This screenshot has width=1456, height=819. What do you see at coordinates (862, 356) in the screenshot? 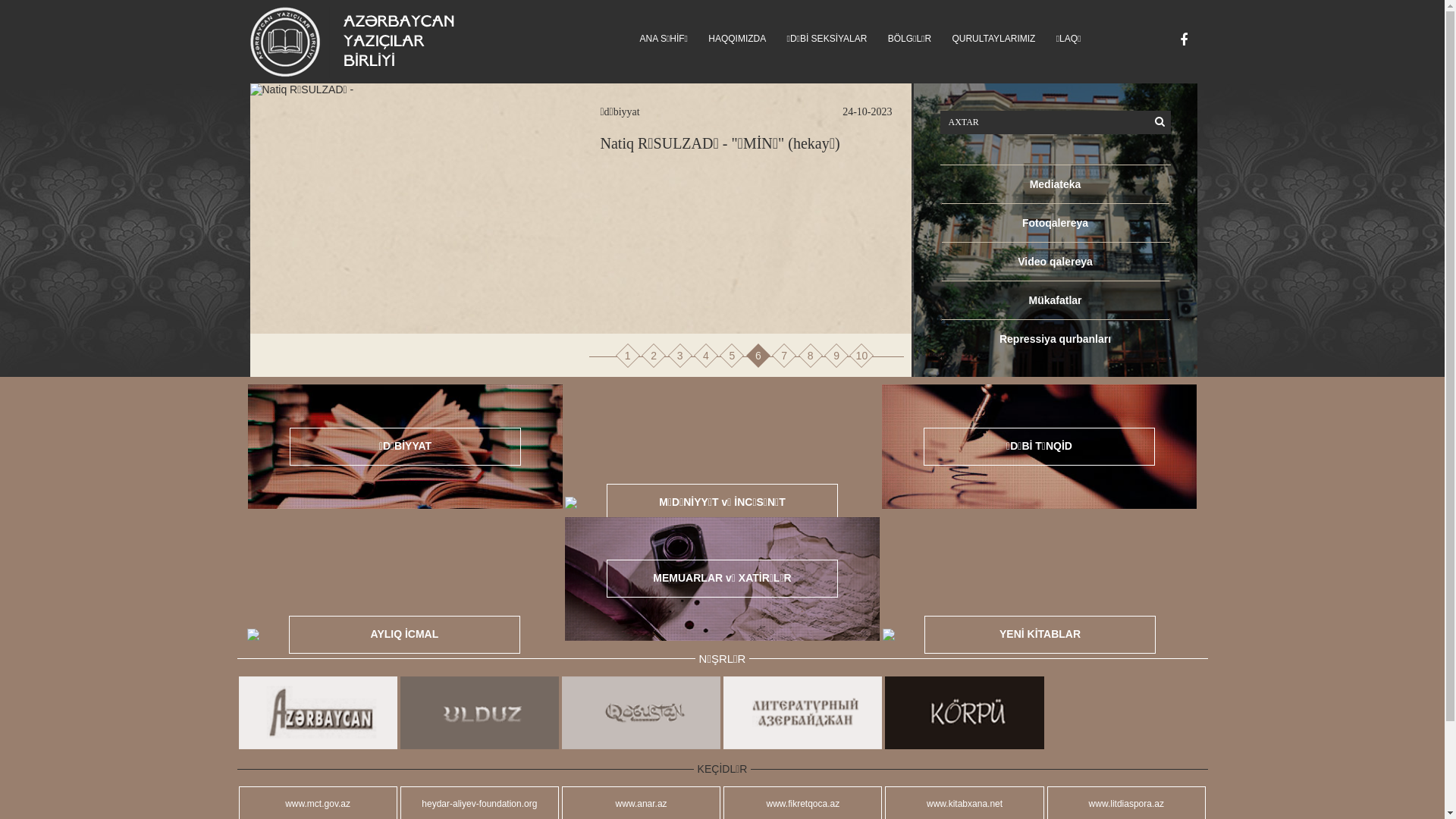
I see `'10'` at bounding box center [862, 356].